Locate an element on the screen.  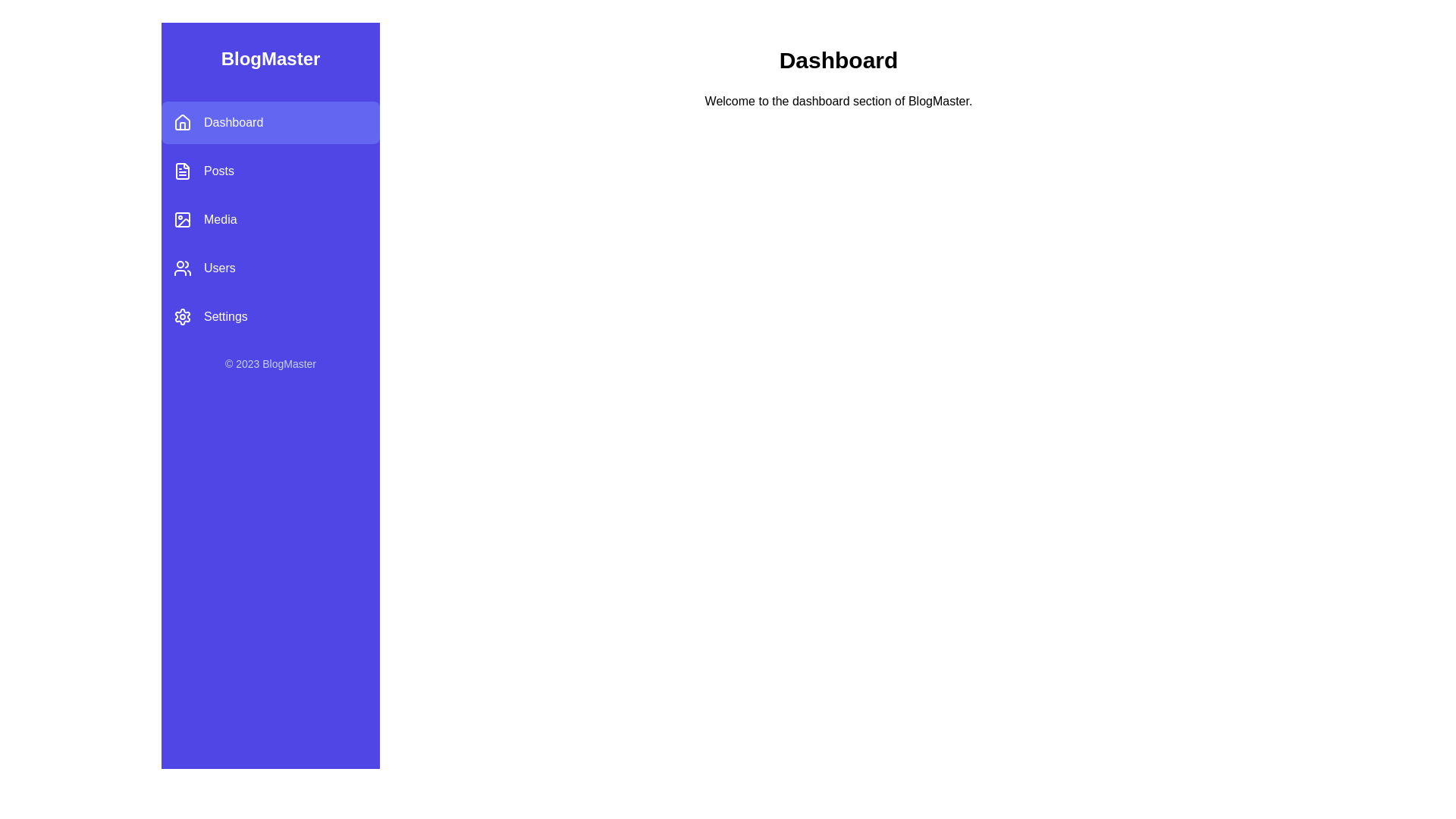
the navigation button that directs users to the Settings section, located in the sidebar beneath the 'Users' list item is located at coordinates (270, 315).